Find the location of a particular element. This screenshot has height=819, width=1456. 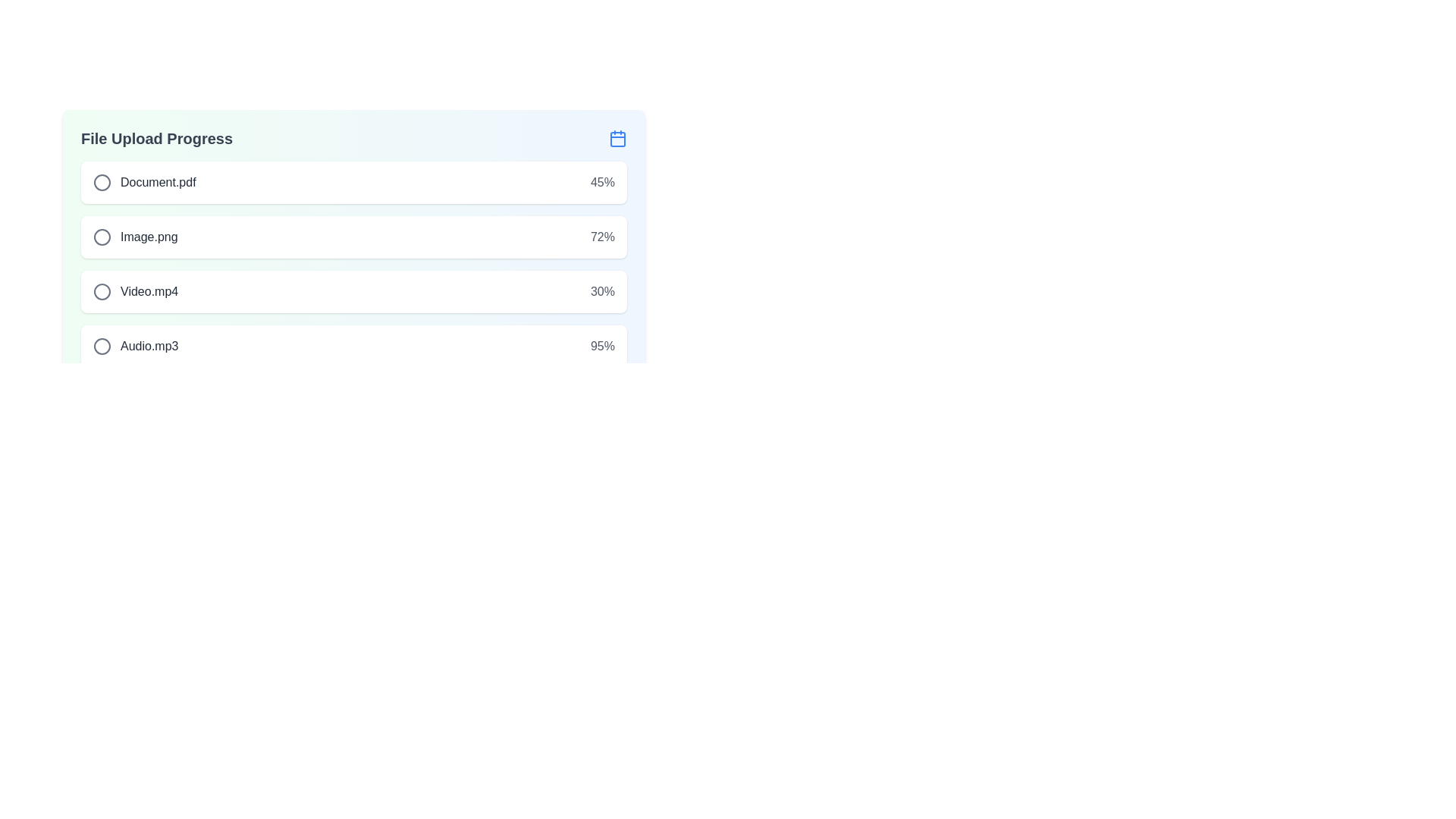

text displayed in the Text Label that shows '45%' in gray color, styled with the 'text-gray-600' class, located on the right side of the 'File Upload Progress' section is located at coordinates (602, 181).